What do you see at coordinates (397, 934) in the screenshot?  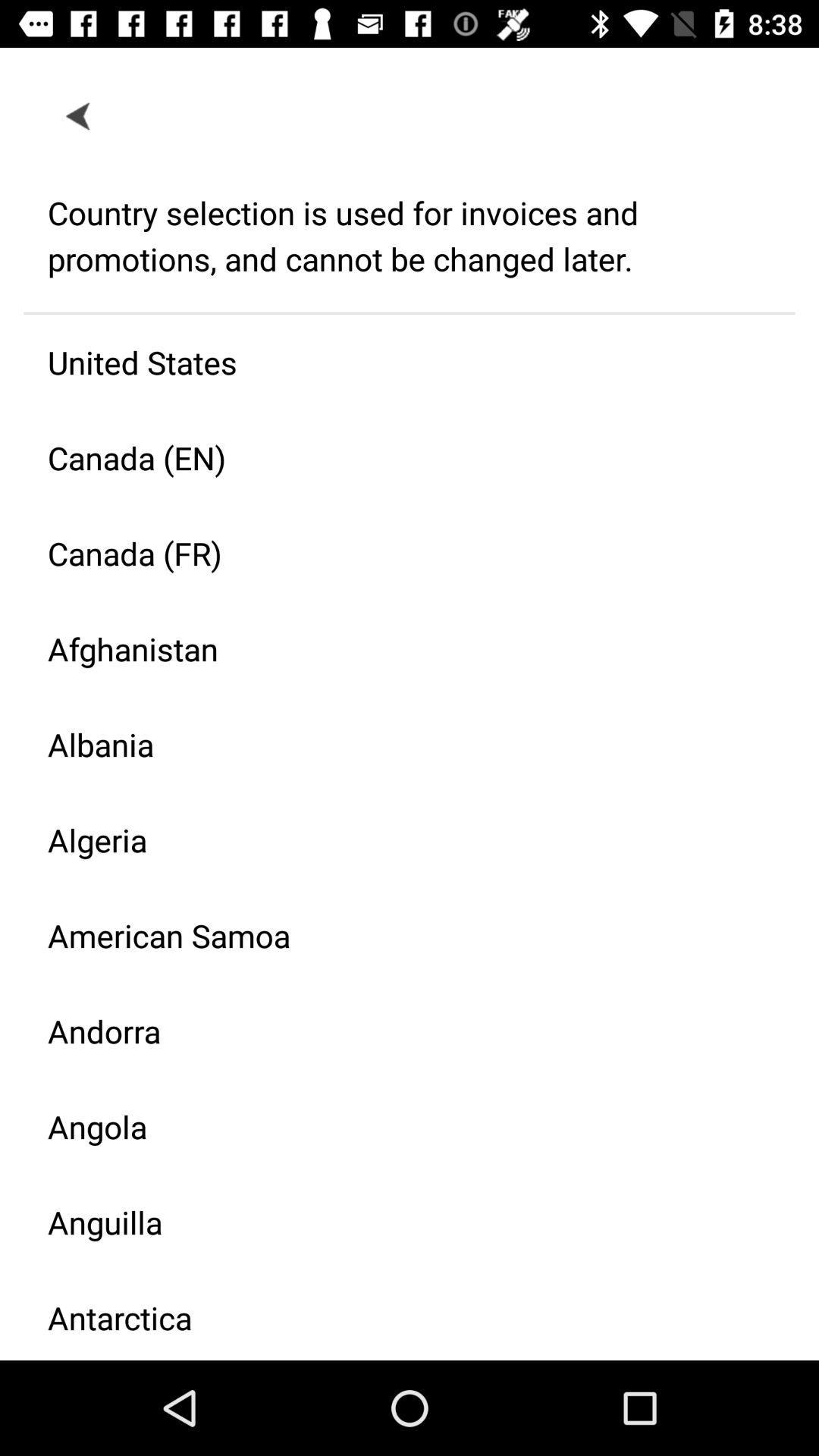 I see `american samoa` at bounding box center [397, 934].